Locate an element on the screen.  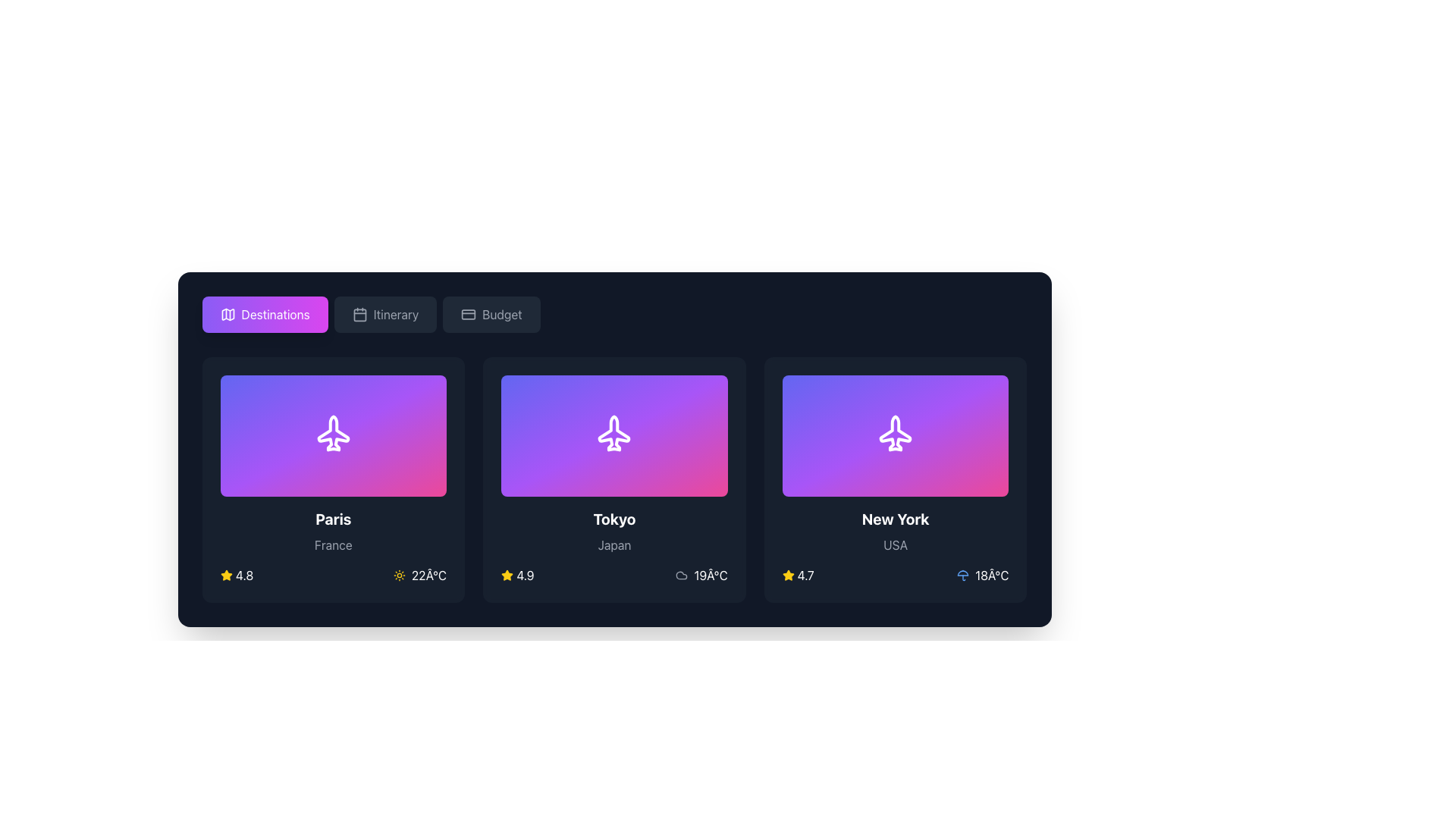
the Rating indicator located in the lower-left corner of the second card (Tokyo, Japan) from left to right, positioned just above the temperature indication (19°C) is located at coordinates (517, 576).